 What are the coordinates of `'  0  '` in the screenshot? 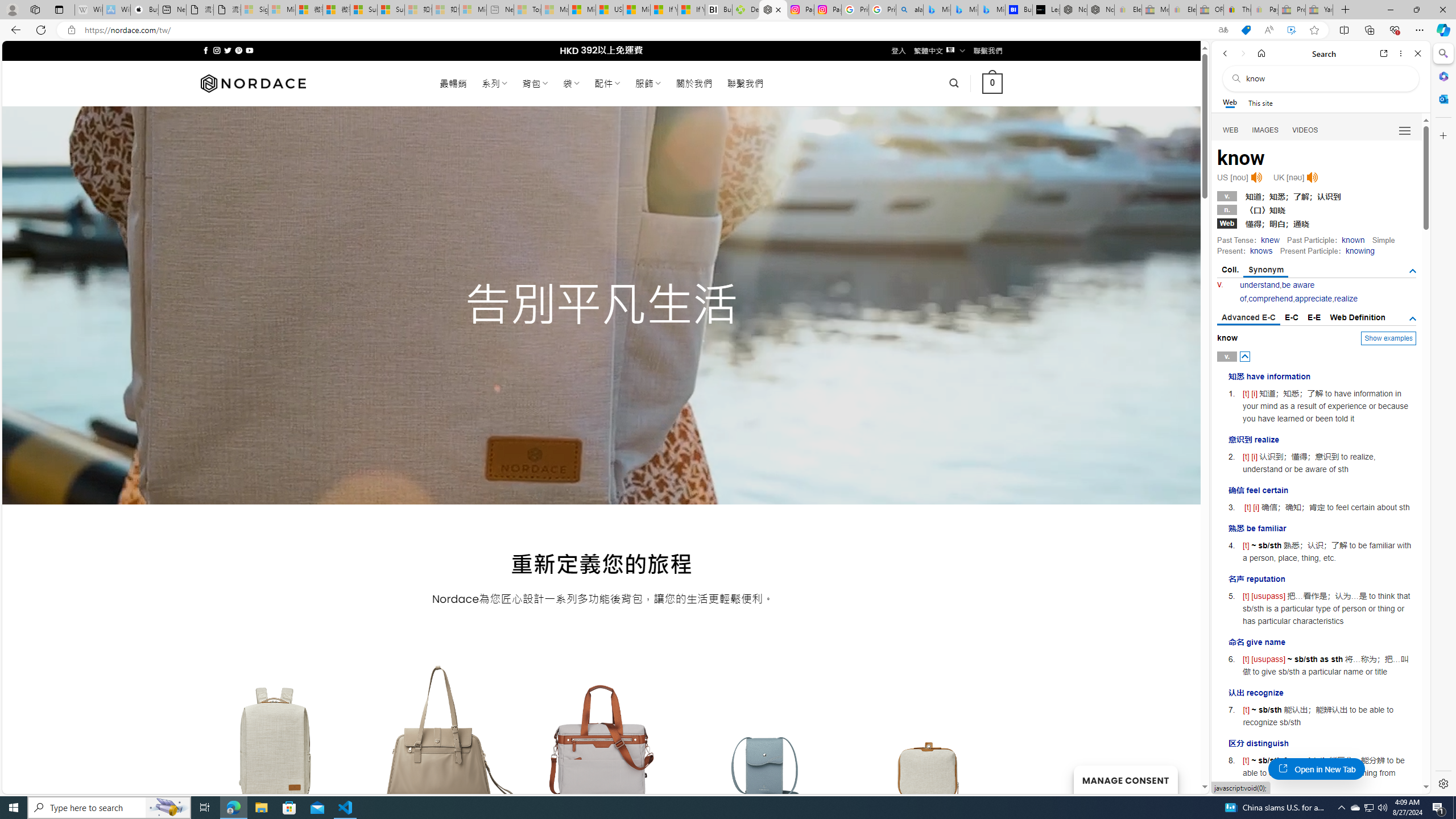 It's located at (992, 82).